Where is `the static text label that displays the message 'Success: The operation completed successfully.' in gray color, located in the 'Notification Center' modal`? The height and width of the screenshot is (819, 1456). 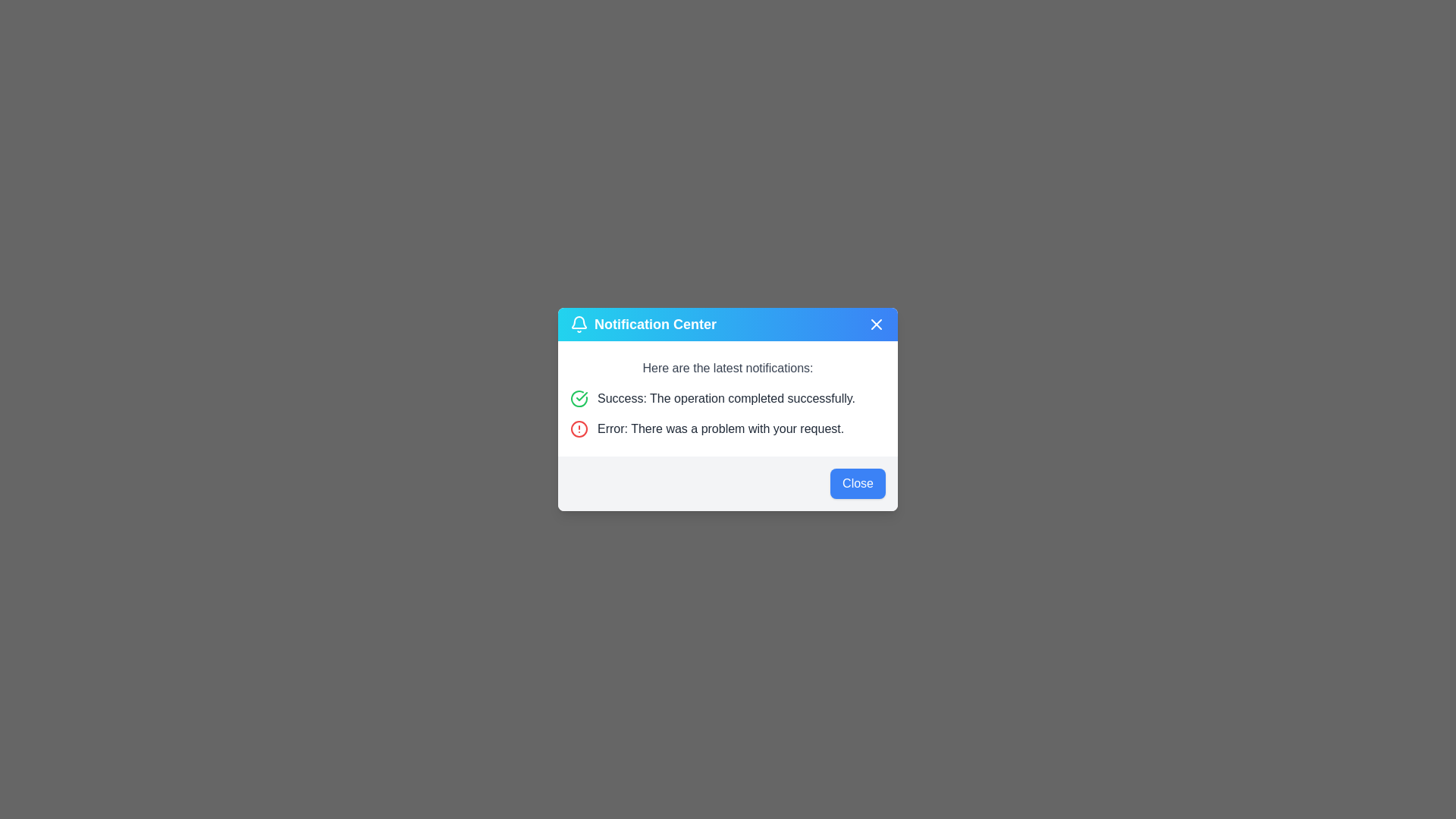
the static text label that displays the message 'Success: The operation completed successfully.' in gray color, located in the 'Notification Center' modal is located at coordinates (726, 397).